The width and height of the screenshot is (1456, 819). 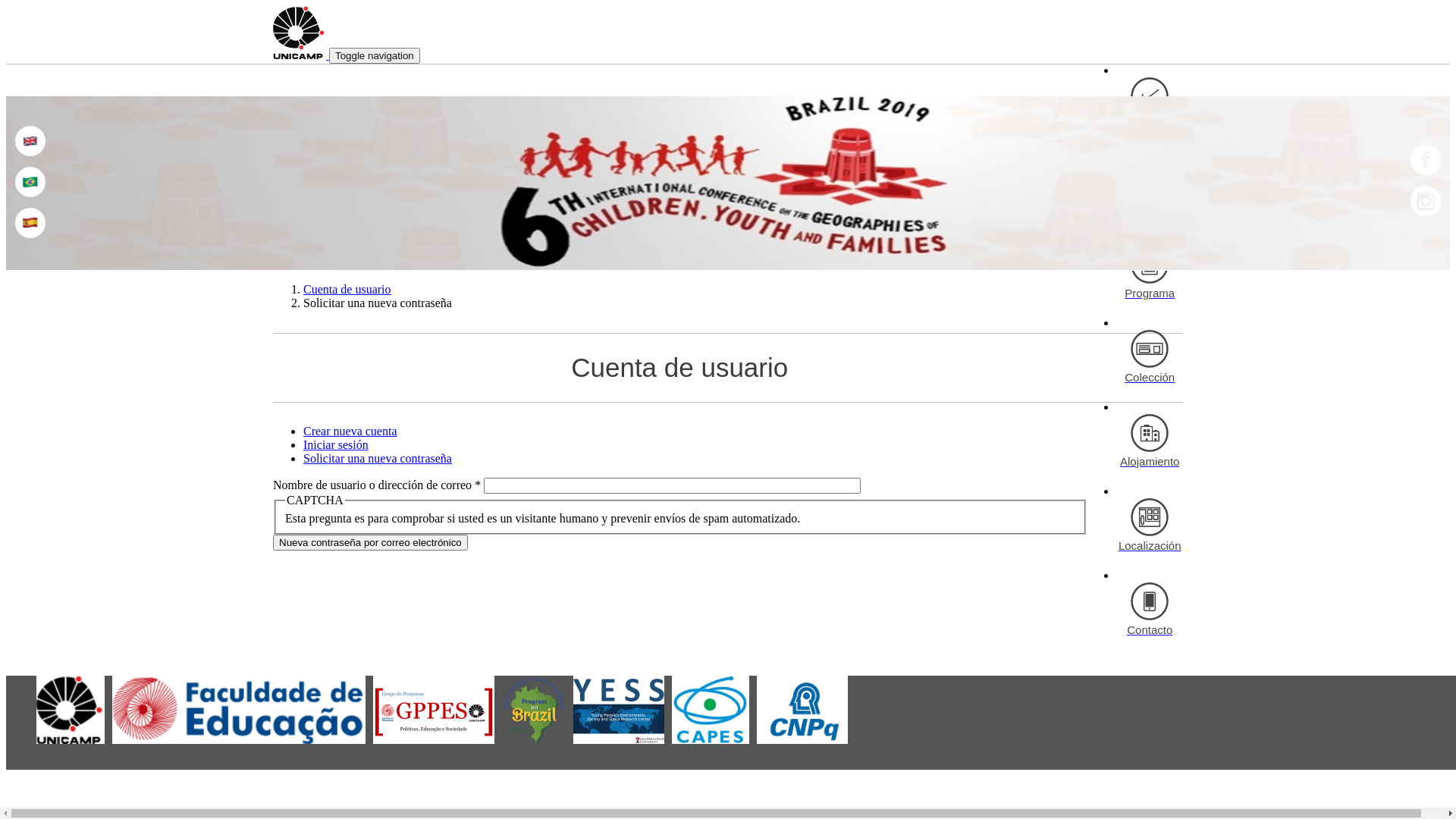 I want to click on 'Inicio', so click(x=301, y=54).